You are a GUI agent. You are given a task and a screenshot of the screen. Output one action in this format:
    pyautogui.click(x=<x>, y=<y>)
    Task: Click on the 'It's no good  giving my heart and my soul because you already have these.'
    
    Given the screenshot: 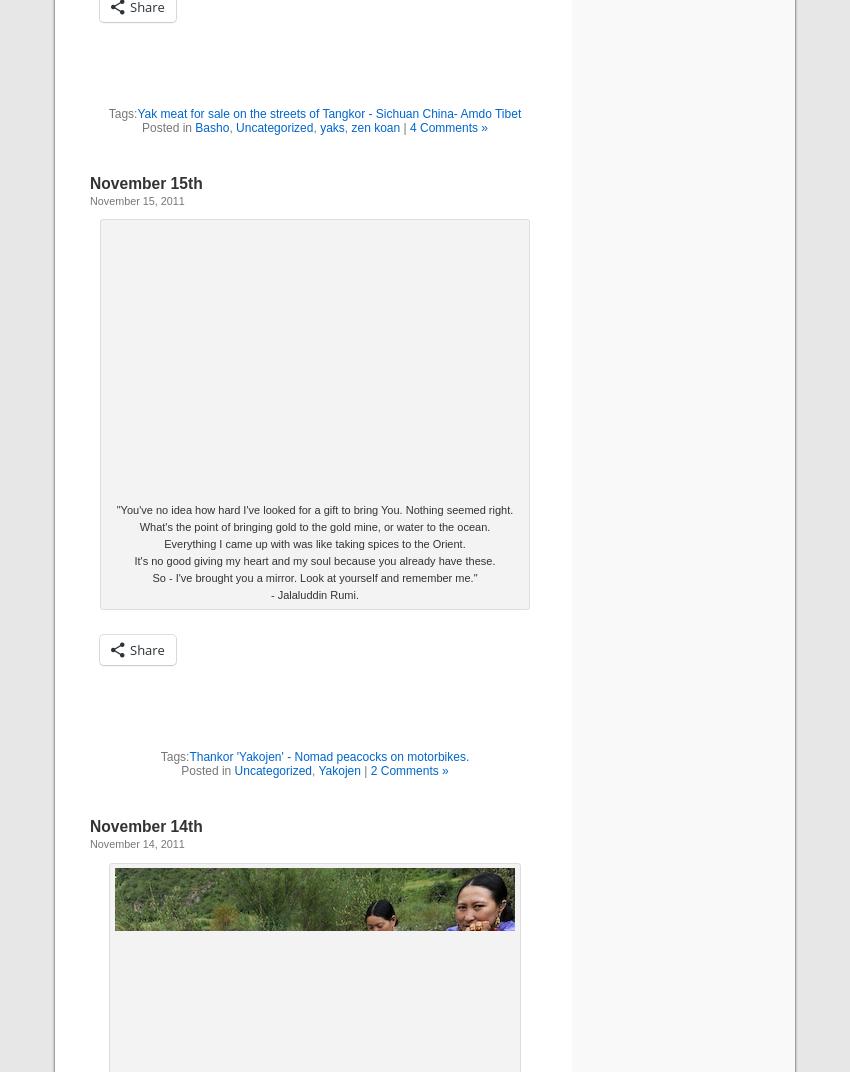 What is the action you would take?
    pyautogui.click(x=133, y=559)
    